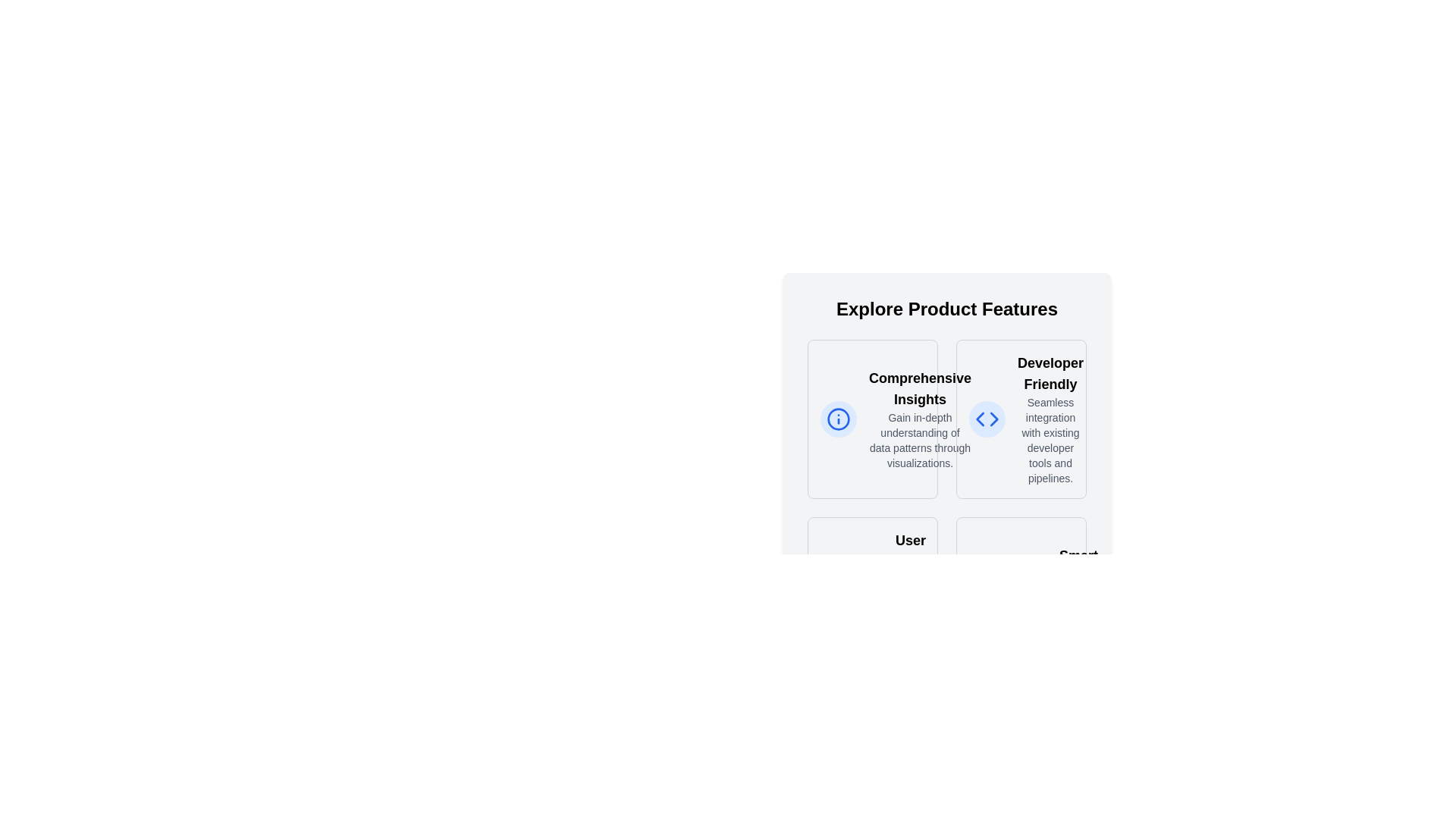 Image resolution: width=1456 pixels, height=819 pixels. I want to click on the developer tools icon in the 'Developer Friendly' card, so click(987, 419).